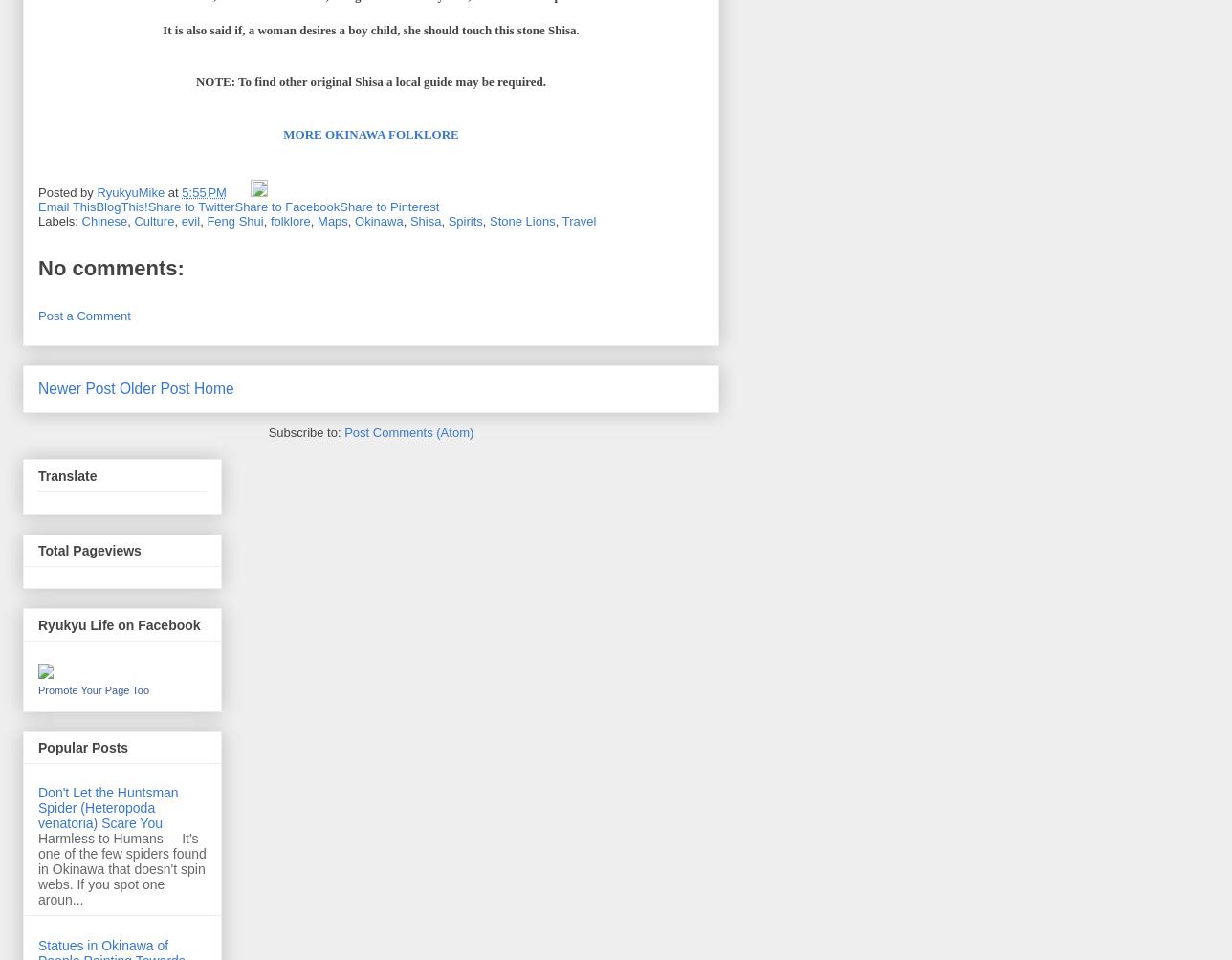 This screenshot has height=960, width=1232. What do you see at coordinates (389, 205) in the screenshot?
I see `'Share to Pinterest'` at bounding box center [389, 205].